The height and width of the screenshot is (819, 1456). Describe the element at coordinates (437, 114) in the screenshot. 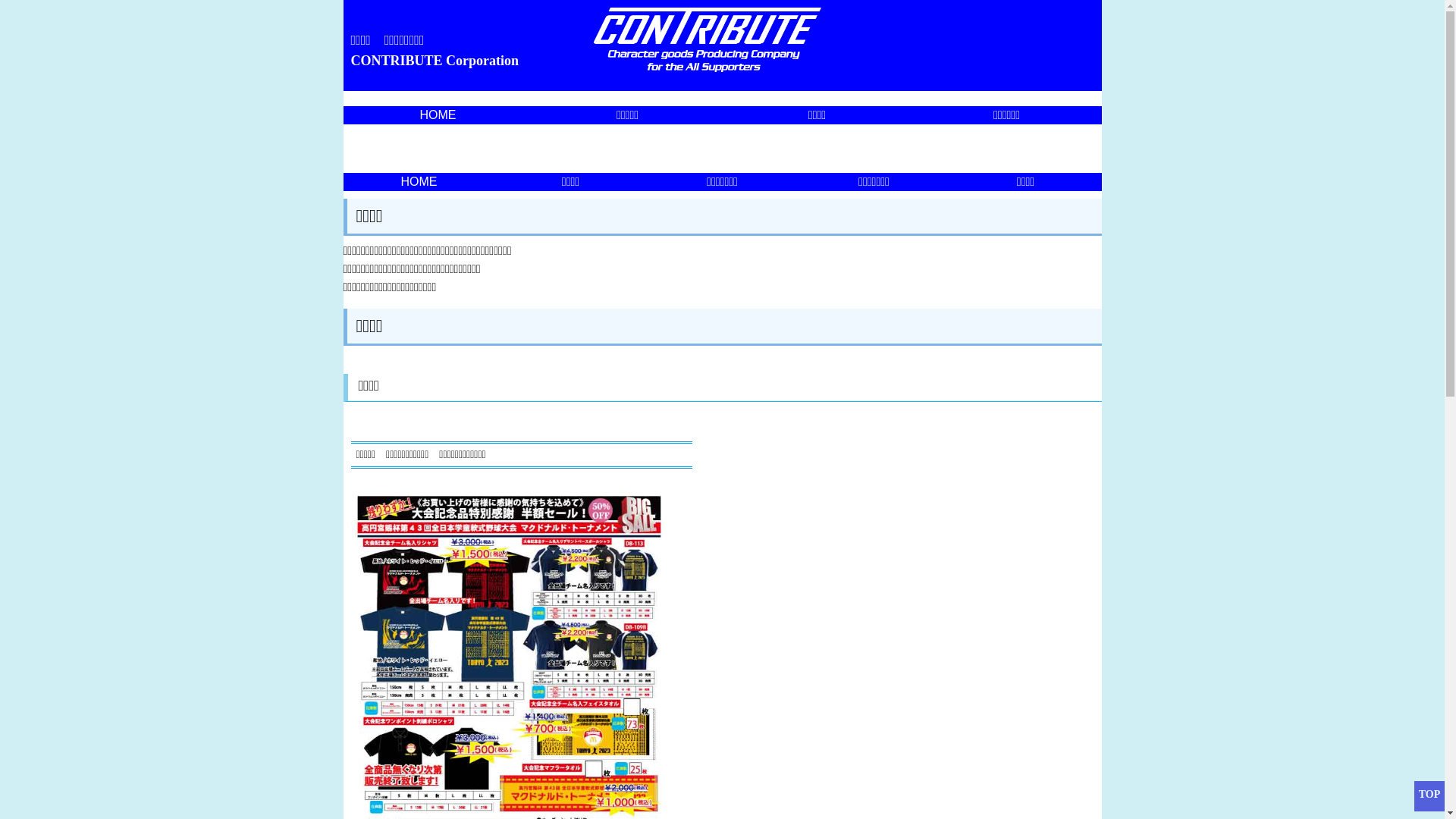

I see `'HOME'` at that location.